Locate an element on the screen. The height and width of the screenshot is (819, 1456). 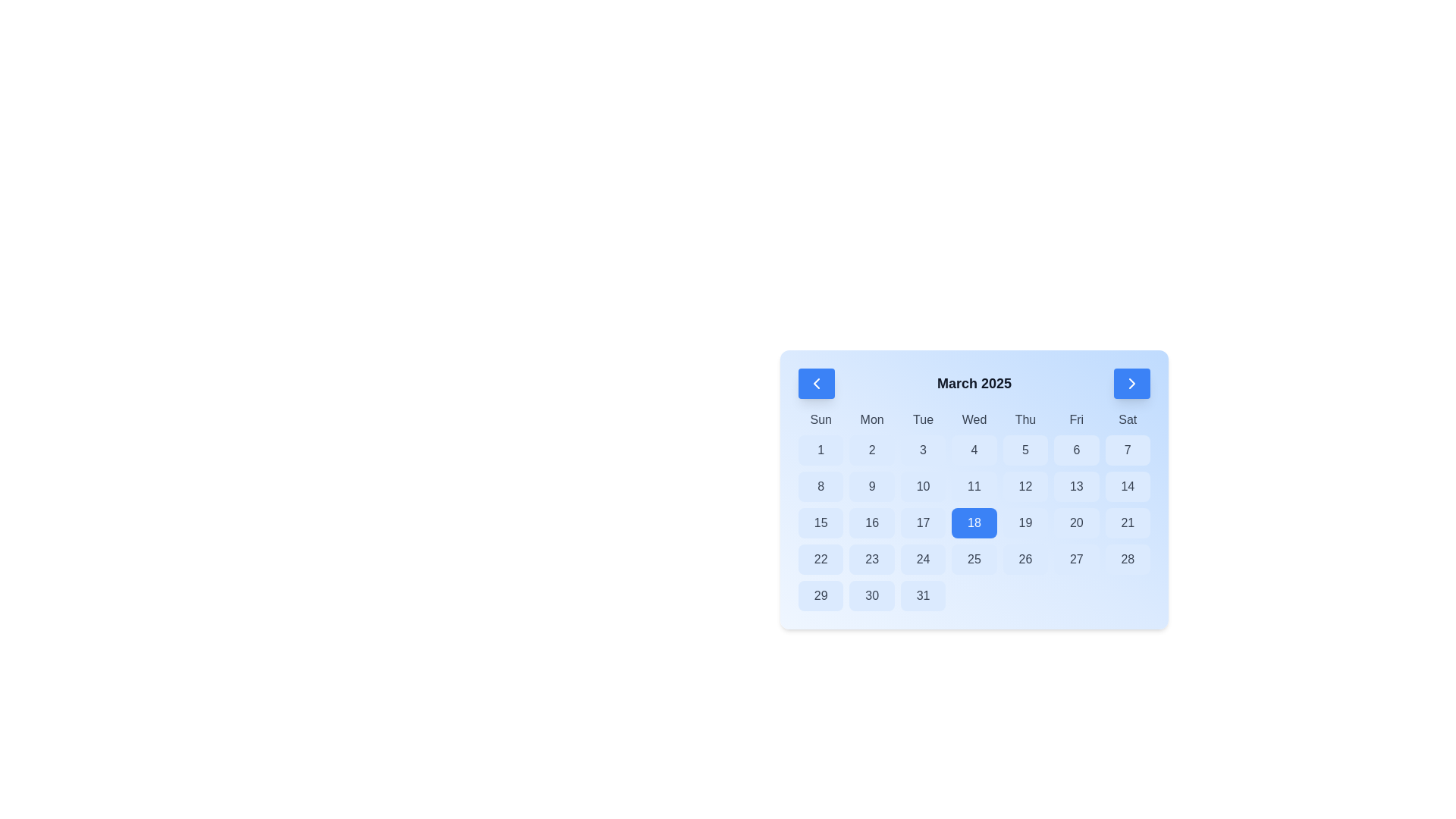
the interactive button representing the date '28' in the calendar is located at coordinates (1128, 559).